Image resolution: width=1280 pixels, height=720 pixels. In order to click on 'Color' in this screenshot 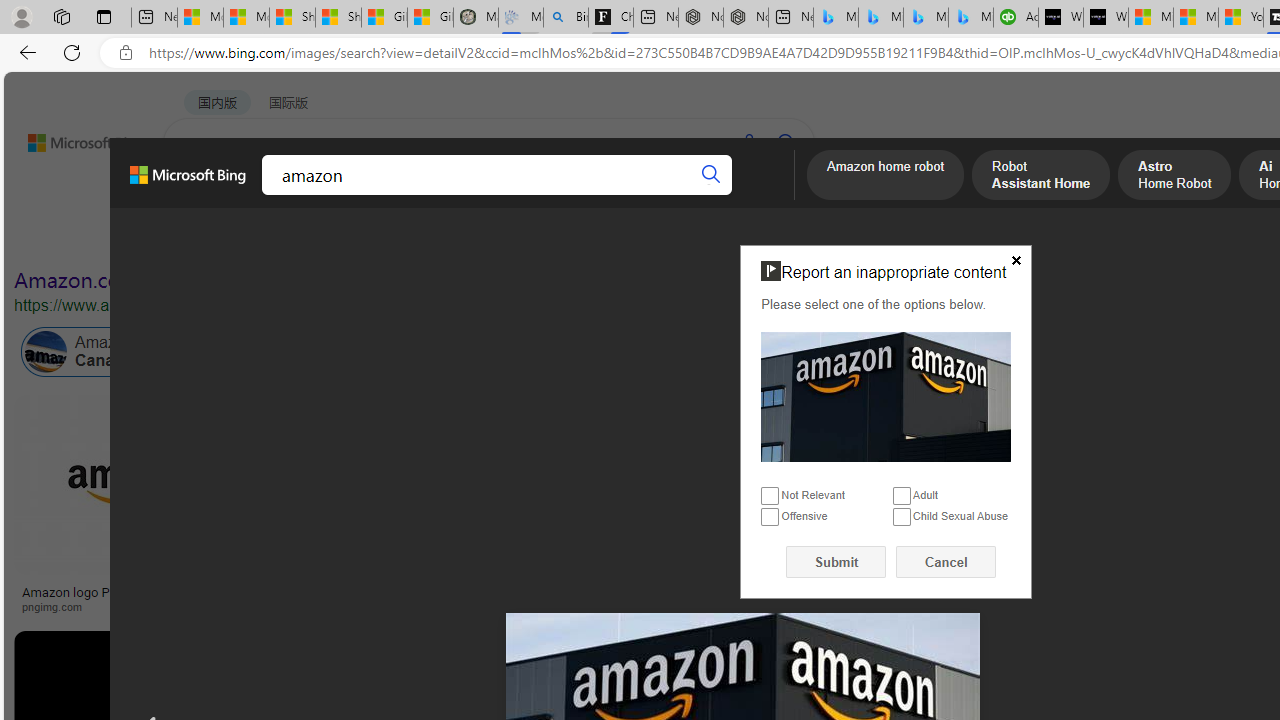, I will do `click(304, 236)`.